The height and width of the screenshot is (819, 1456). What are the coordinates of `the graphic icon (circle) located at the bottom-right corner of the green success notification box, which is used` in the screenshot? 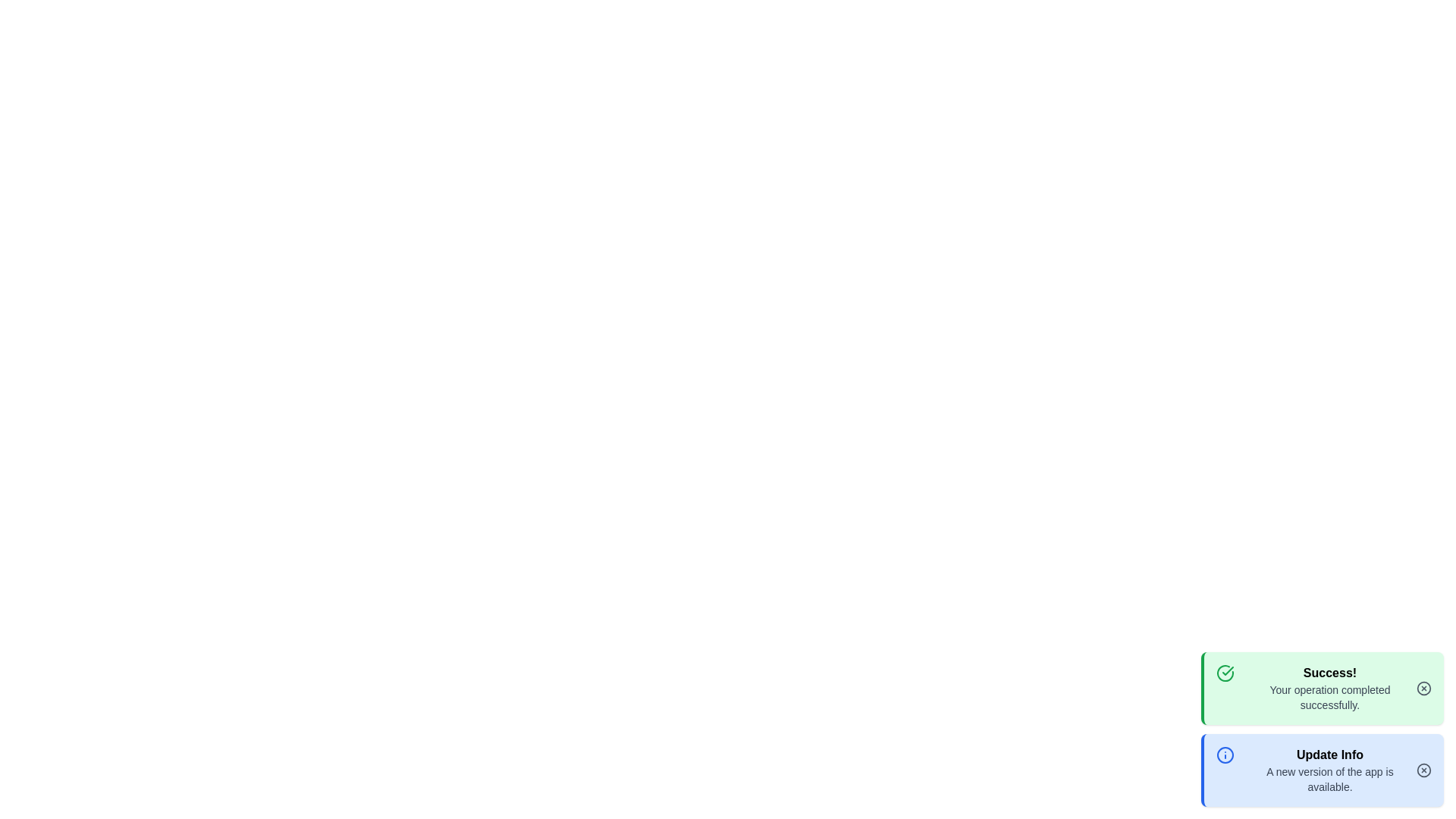 It's located at (1423, 688).